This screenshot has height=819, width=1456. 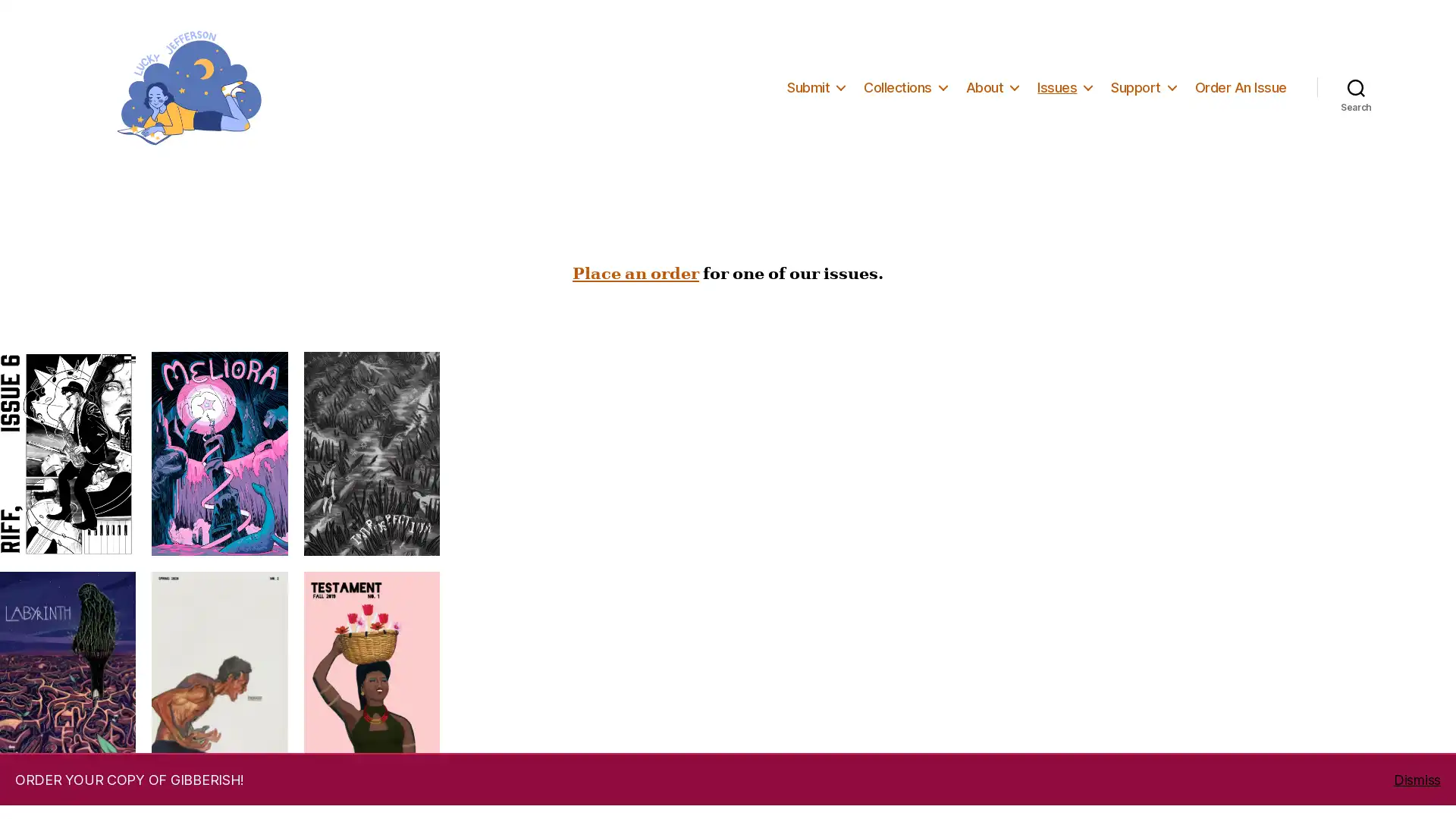 What do you see at coordinates (1356, 87) in the screenshot?
I see `Search` at bounding box center [1356, 87].